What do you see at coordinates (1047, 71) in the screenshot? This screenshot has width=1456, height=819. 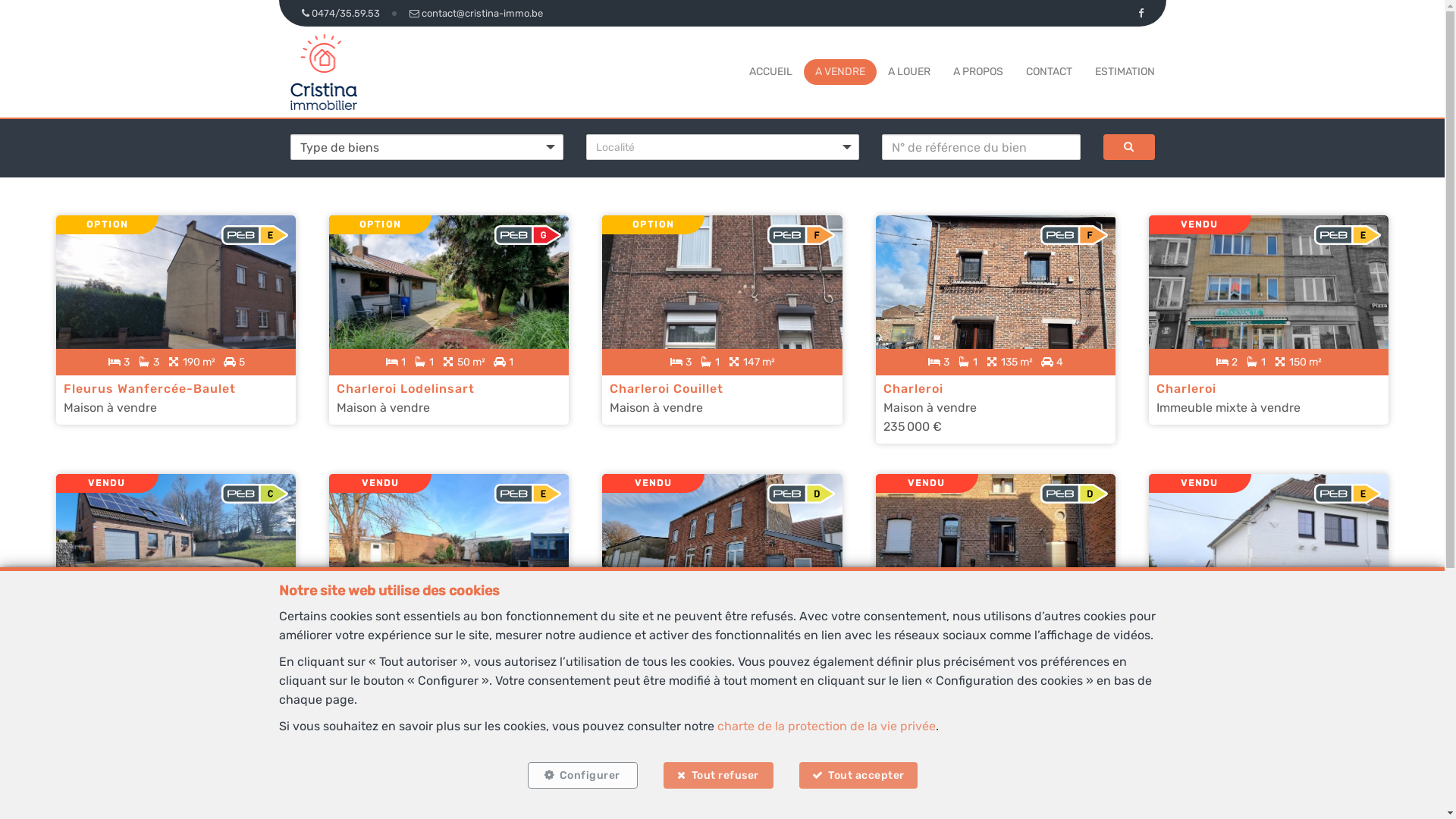 I see `'CONTACT'` at bounding box center [1047, 71].